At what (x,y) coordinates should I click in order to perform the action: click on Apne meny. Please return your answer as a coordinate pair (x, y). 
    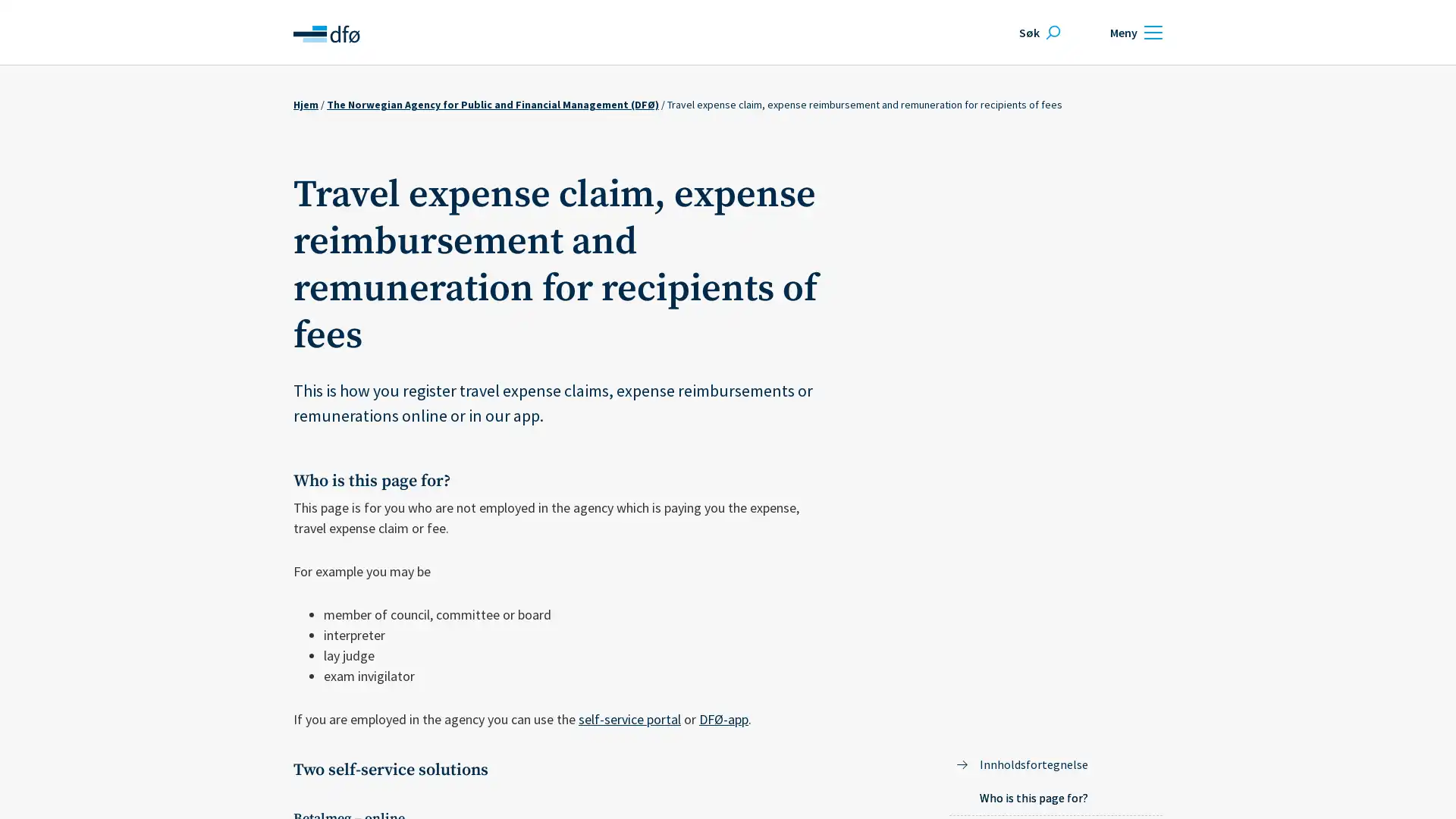
    Looking at the image, I should click on (1134, 32).